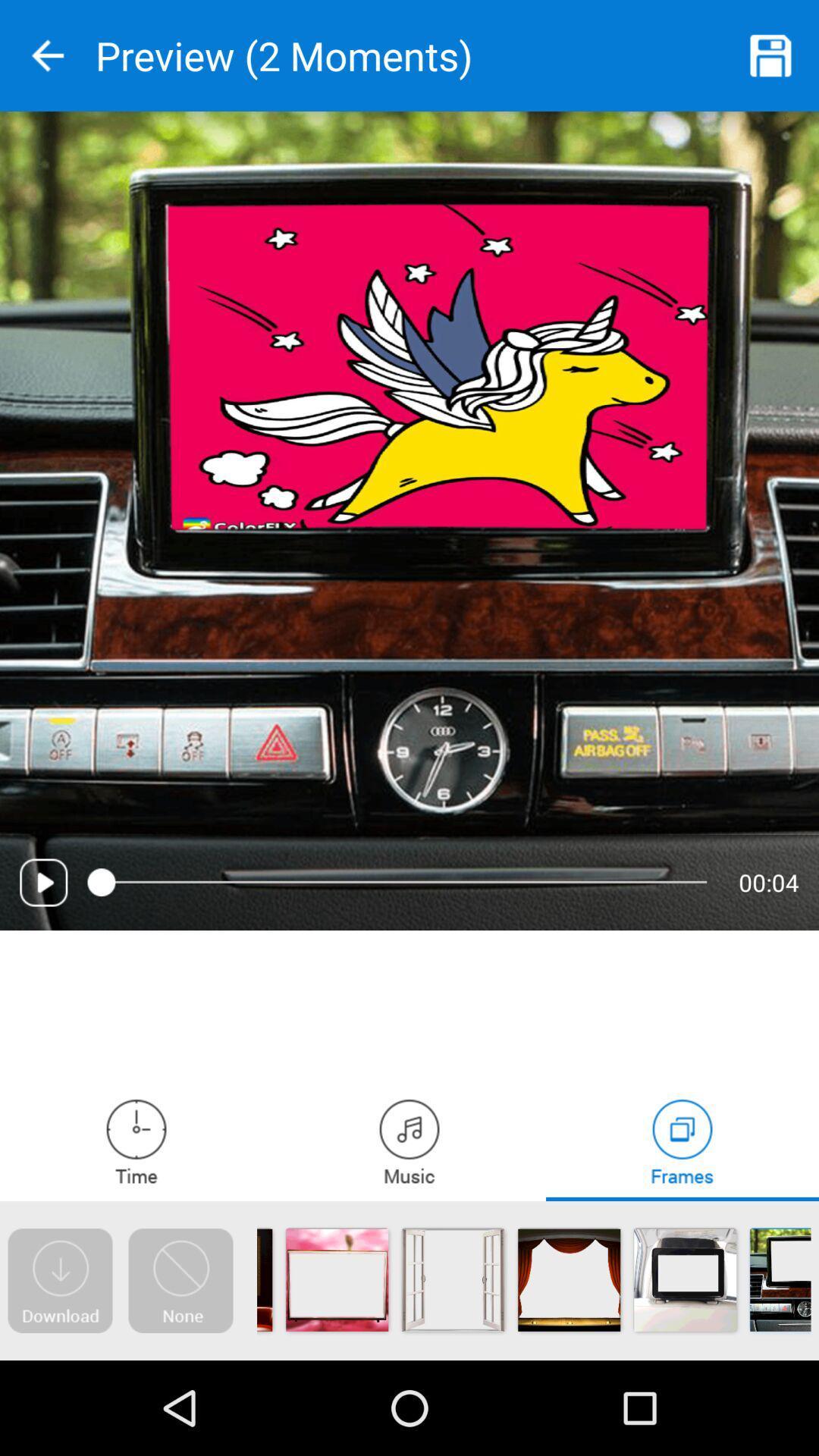 This screenshot has width=819, height=1456. What do you see at coordinates (681, 1141) in the screenshot?
I see `frames` at bounding box center [681, 1141].